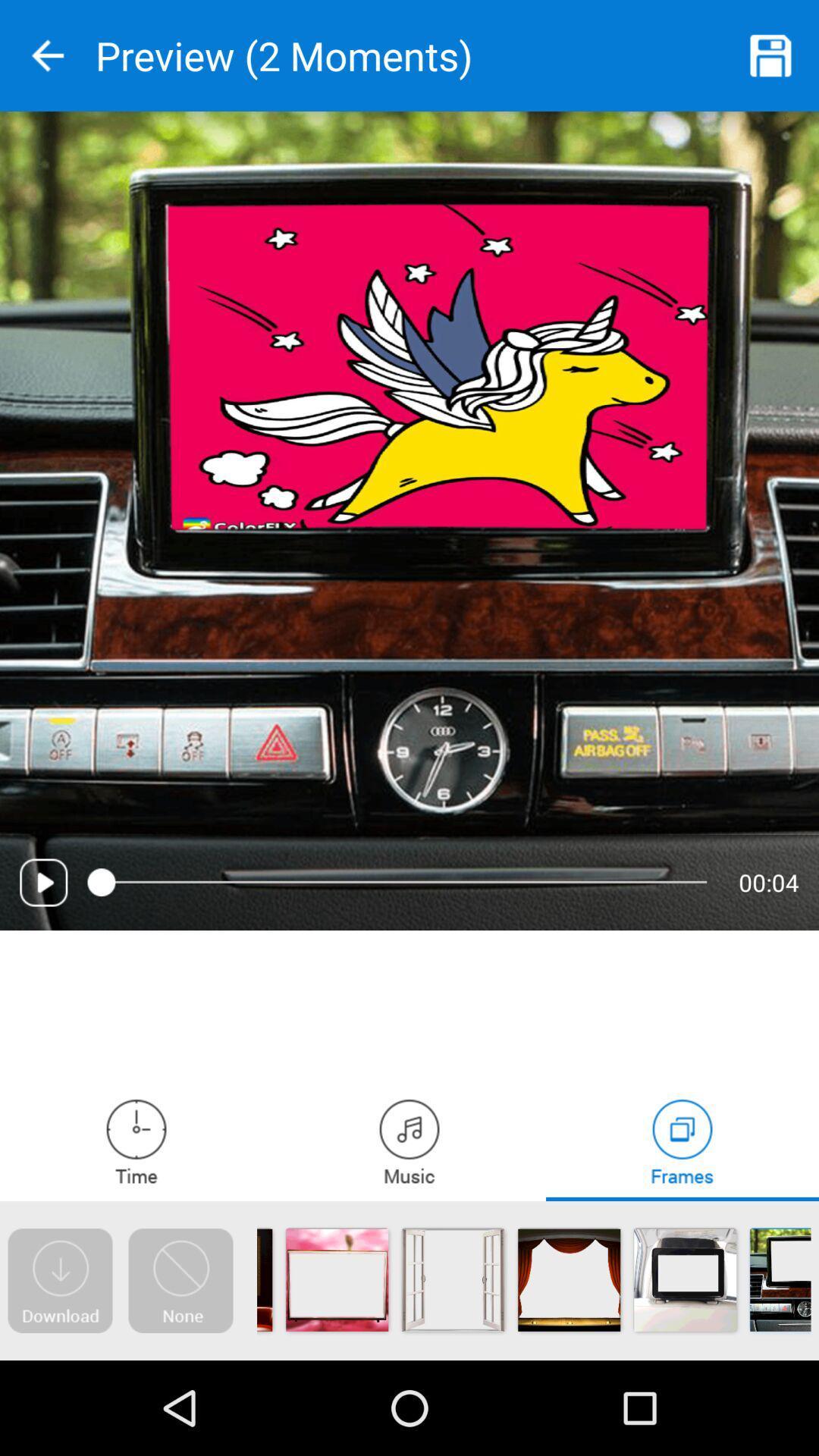 This screenshot has width=819, height=1456. What do you see at coordinates (681, 1141) in the screenshot?
I see `frames` at bounding box center [681, 1141].